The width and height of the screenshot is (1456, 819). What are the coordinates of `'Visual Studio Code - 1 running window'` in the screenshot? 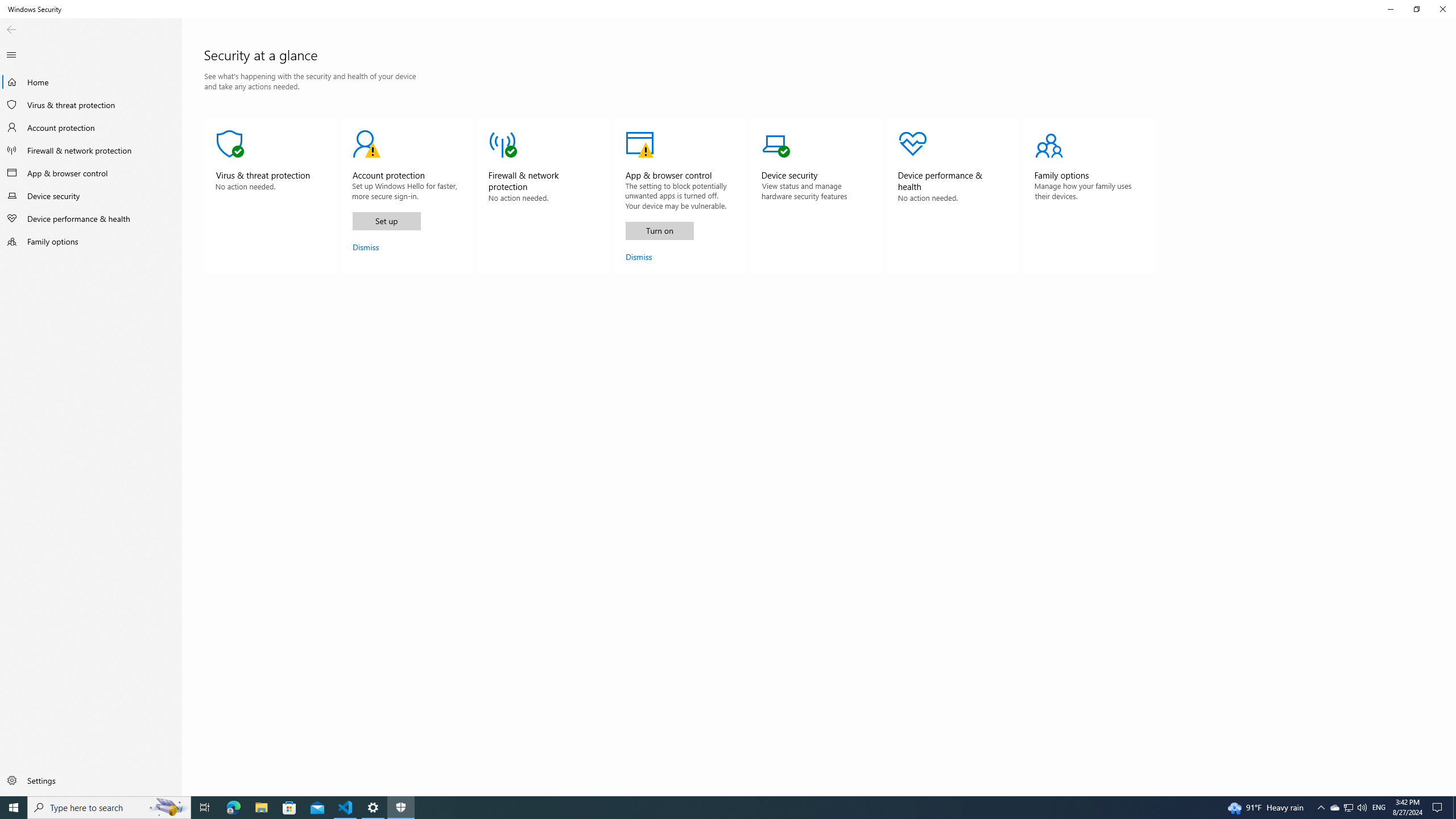 It's located at (345, 806).